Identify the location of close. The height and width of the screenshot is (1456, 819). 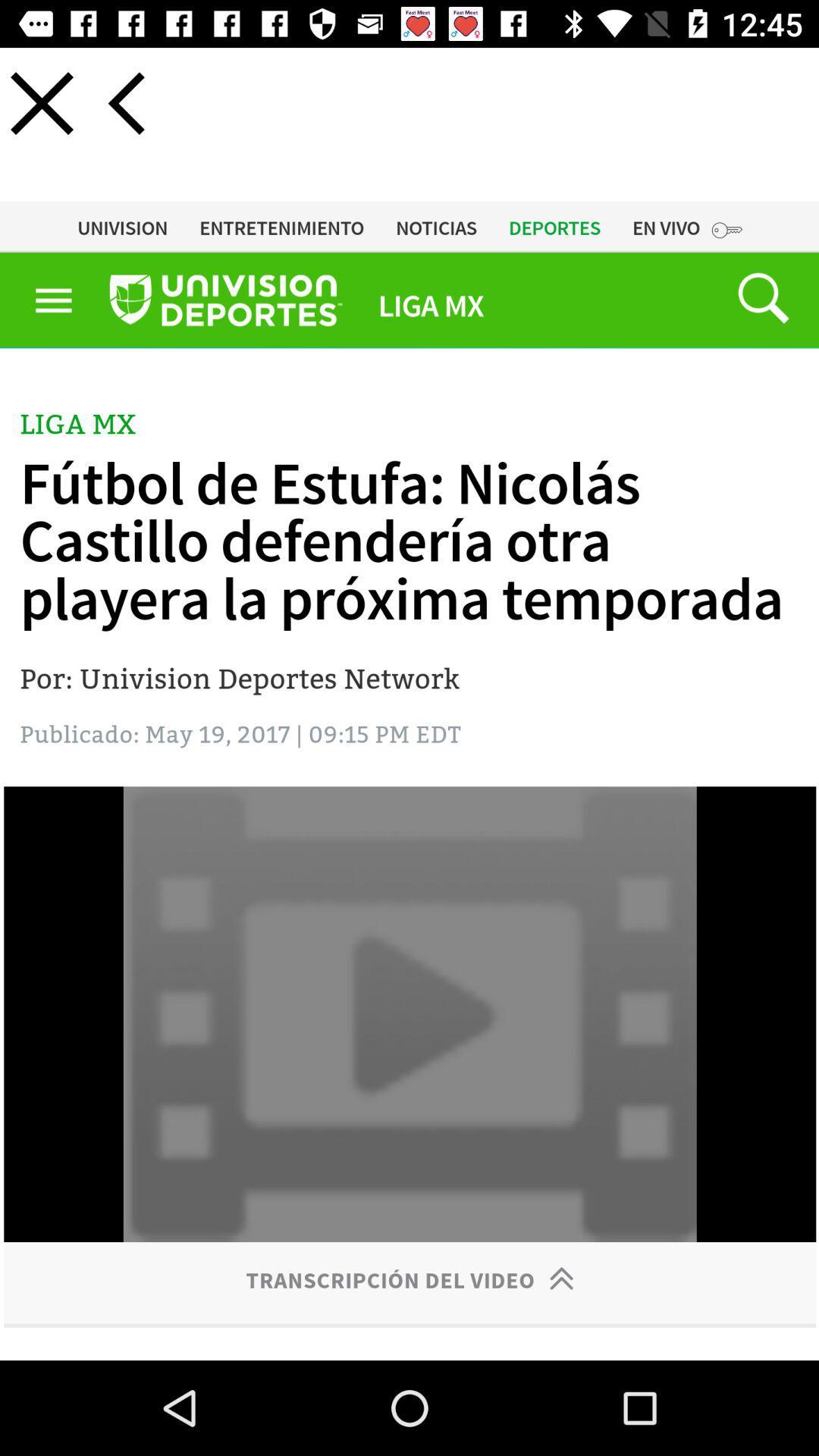
(41, 102).